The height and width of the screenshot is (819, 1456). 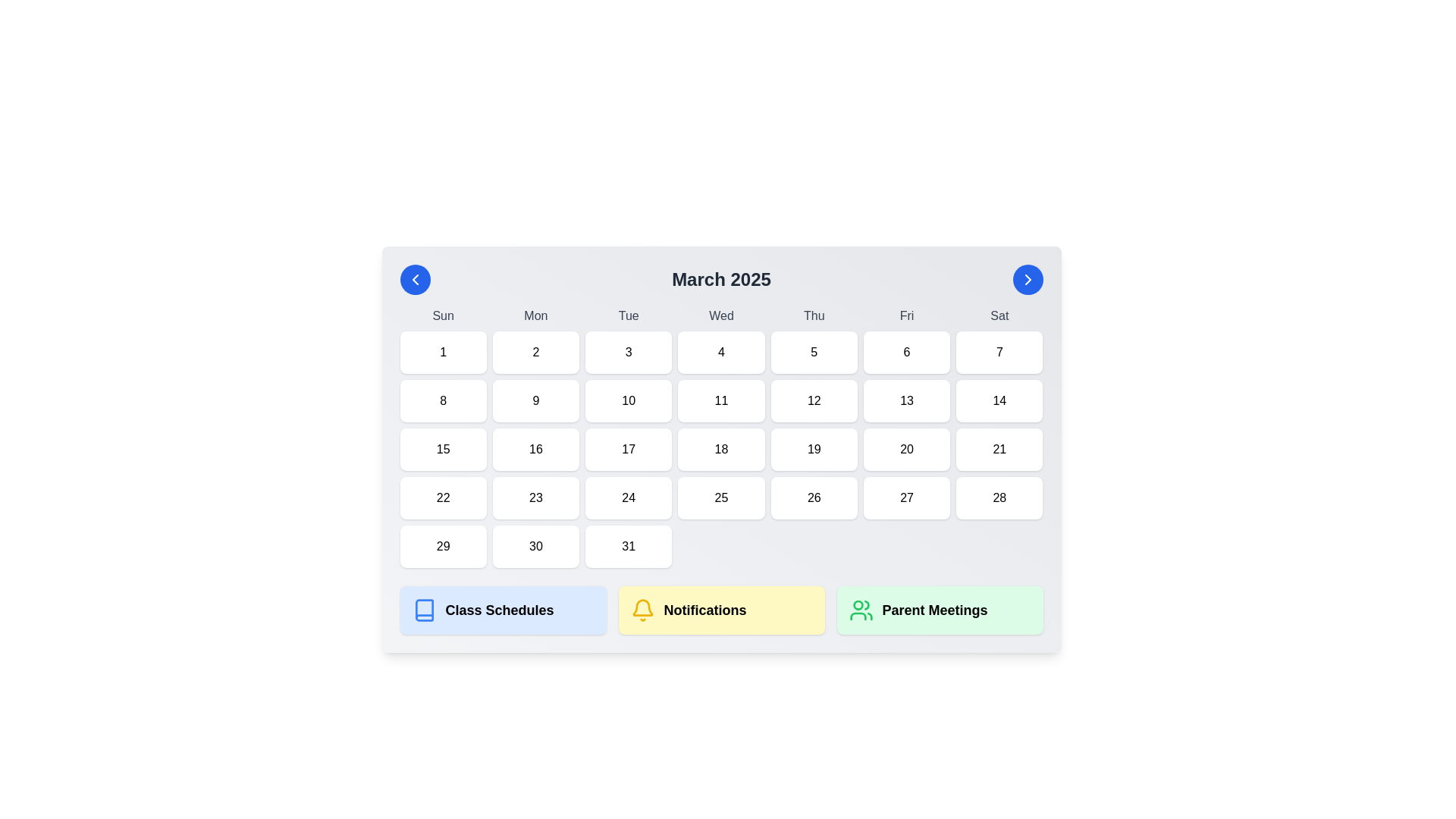 What do you see at coordinates (906, 315) in the screenshot?
I see `the static text label denoting 'Friday' in the calendar display, which is located sixth from the left in the top row of weekday headers` at bounding box center [906, 315].